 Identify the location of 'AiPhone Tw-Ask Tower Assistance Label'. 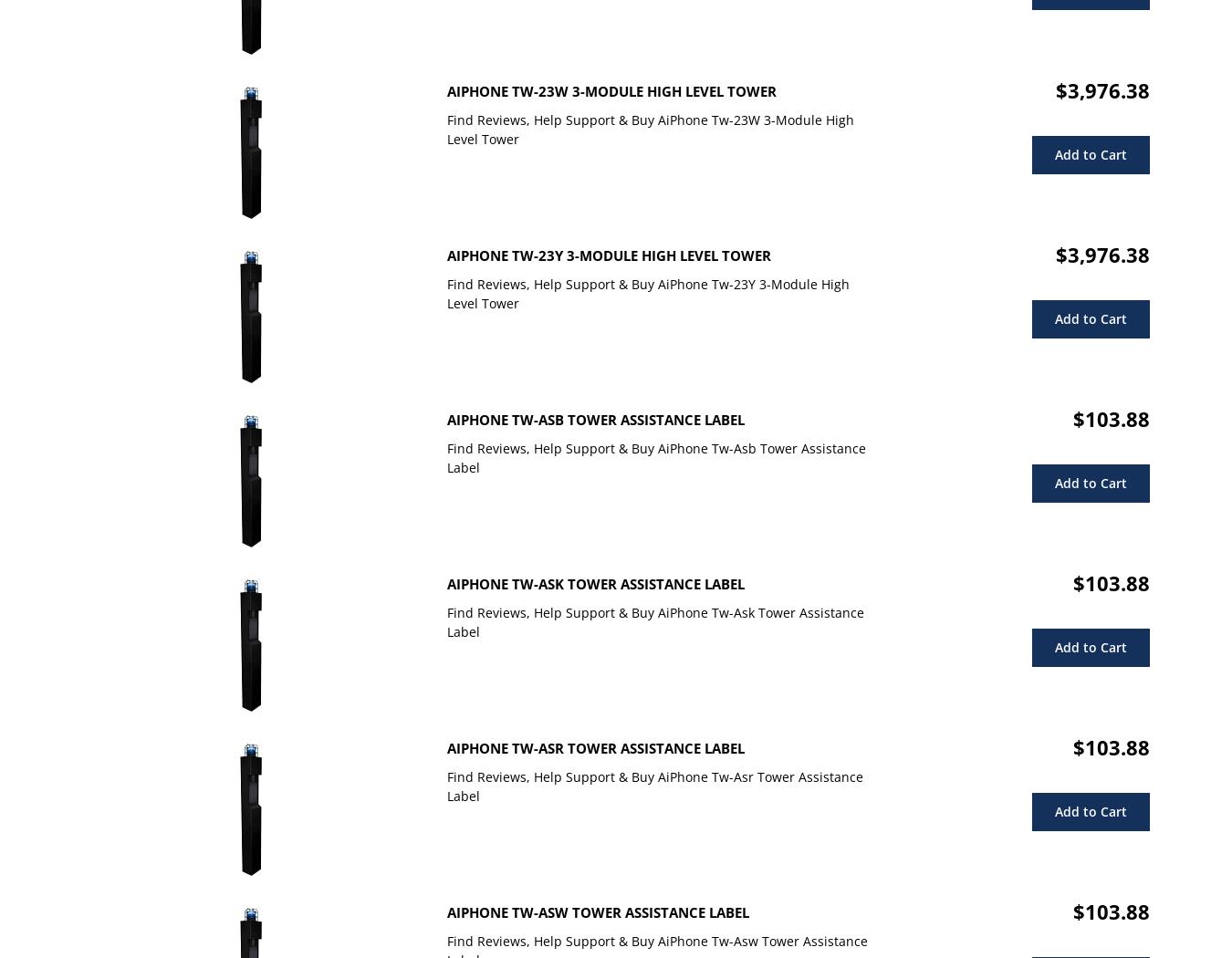
(595, 582).